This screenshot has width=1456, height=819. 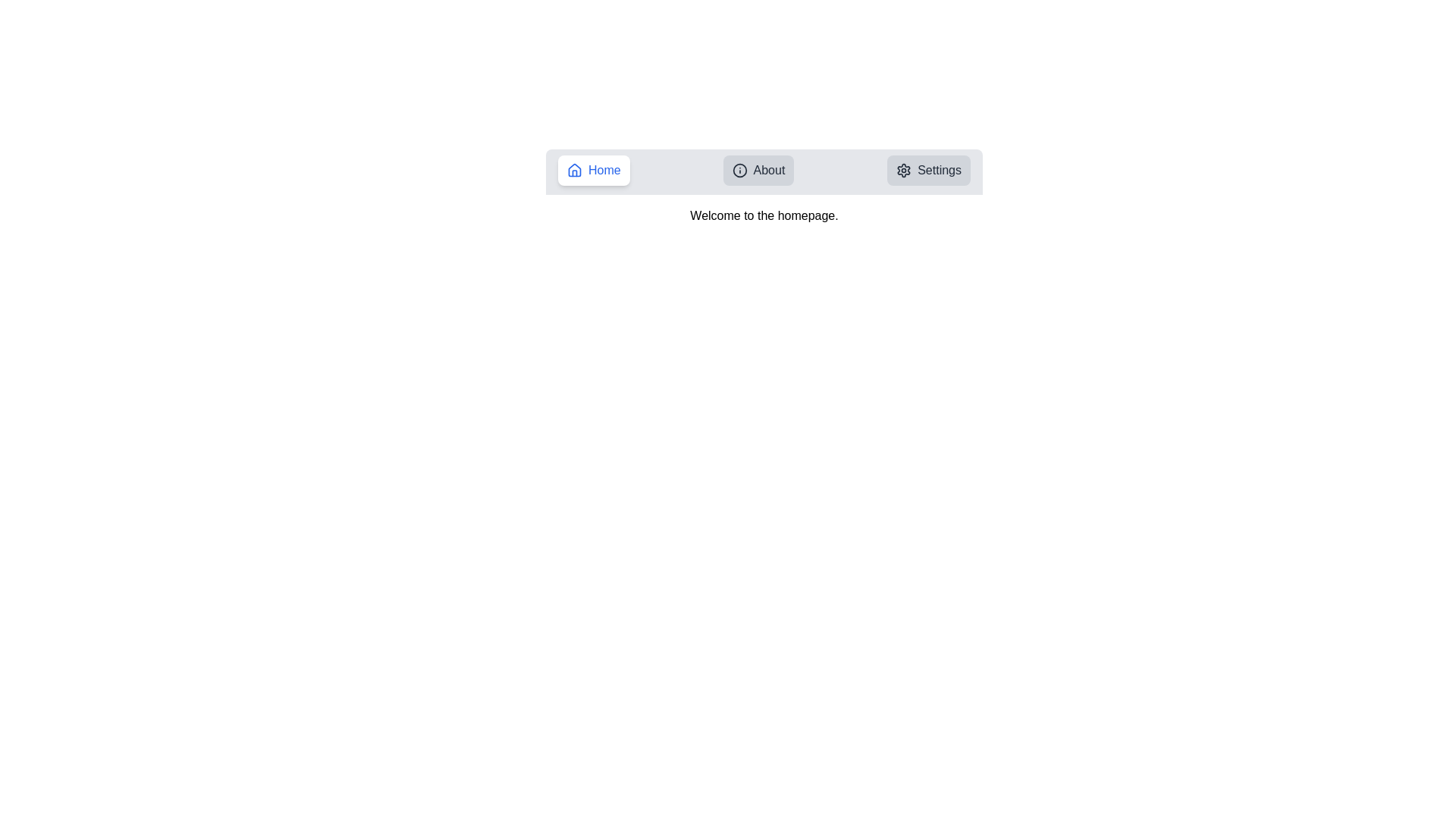 I want to click on the tab labeled Home, so click(x=593, y=170).